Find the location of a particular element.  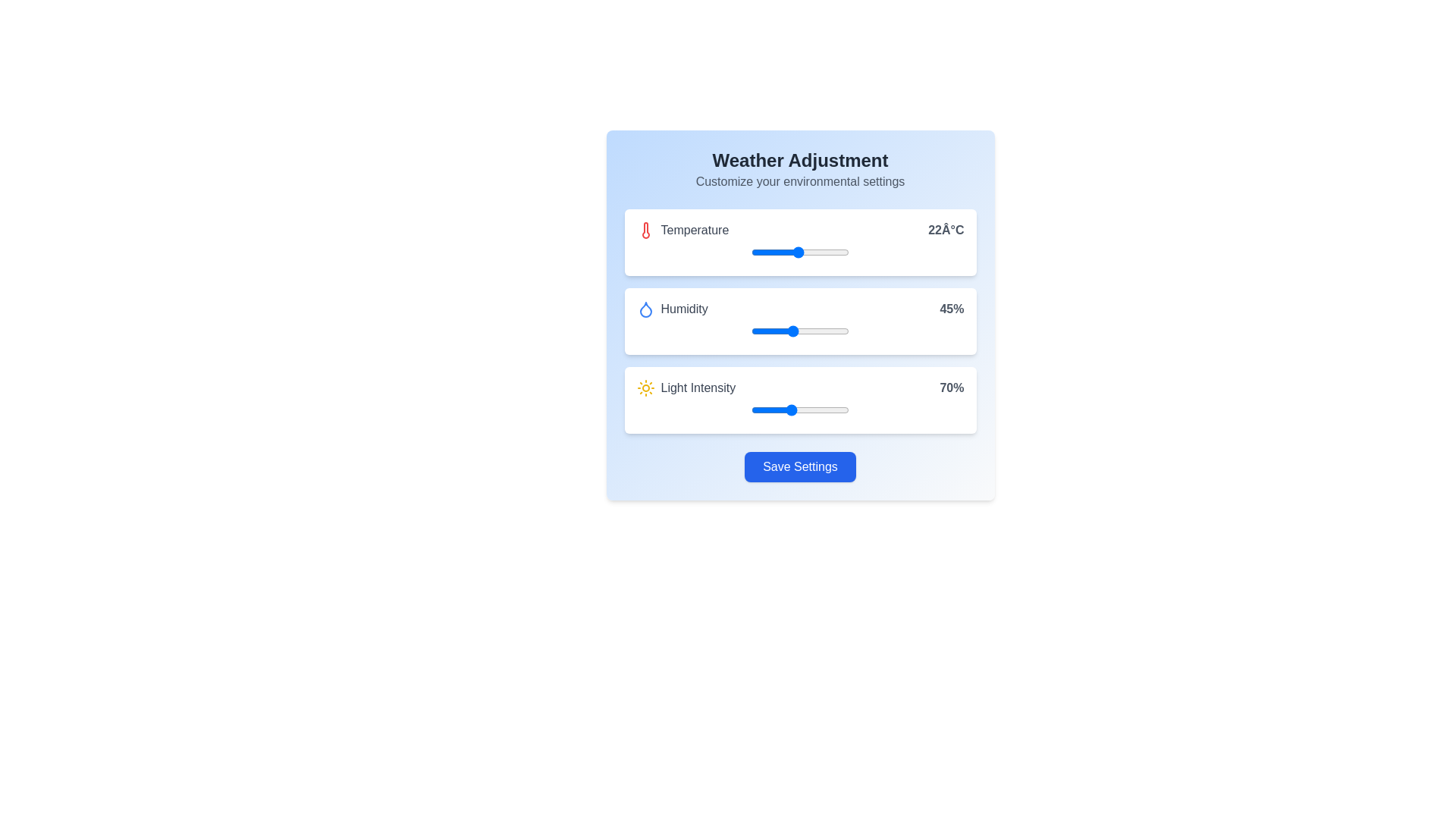

the text display showing '70%' in a gray font, located to the far right of the Light Intensity control section, adjacent to the slider is located at coordinates (951, 388).